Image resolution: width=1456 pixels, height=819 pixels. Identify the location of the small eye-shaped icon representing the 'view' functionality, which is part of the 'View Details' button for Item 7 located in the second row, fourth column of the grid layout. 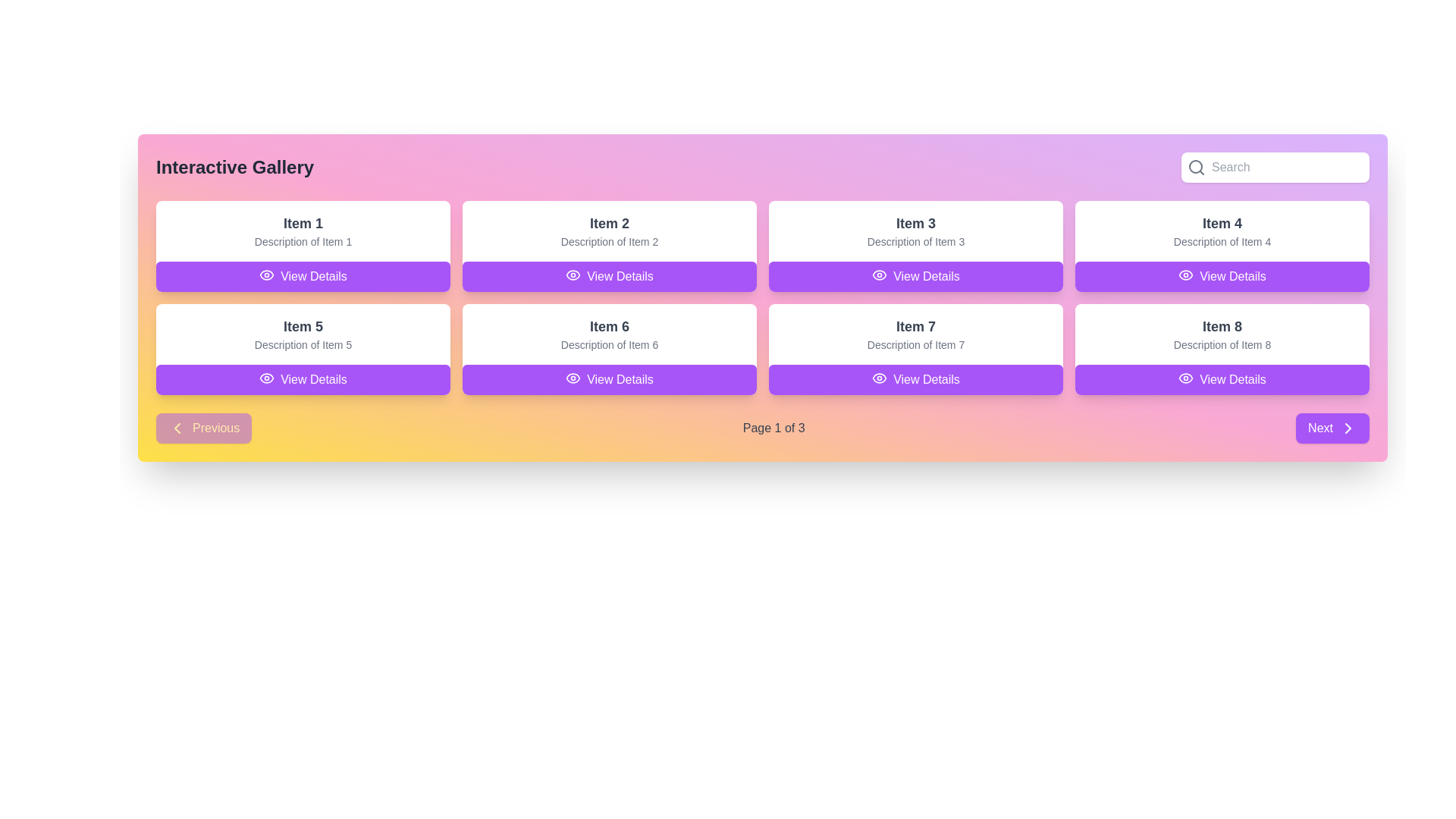
(880, 377).